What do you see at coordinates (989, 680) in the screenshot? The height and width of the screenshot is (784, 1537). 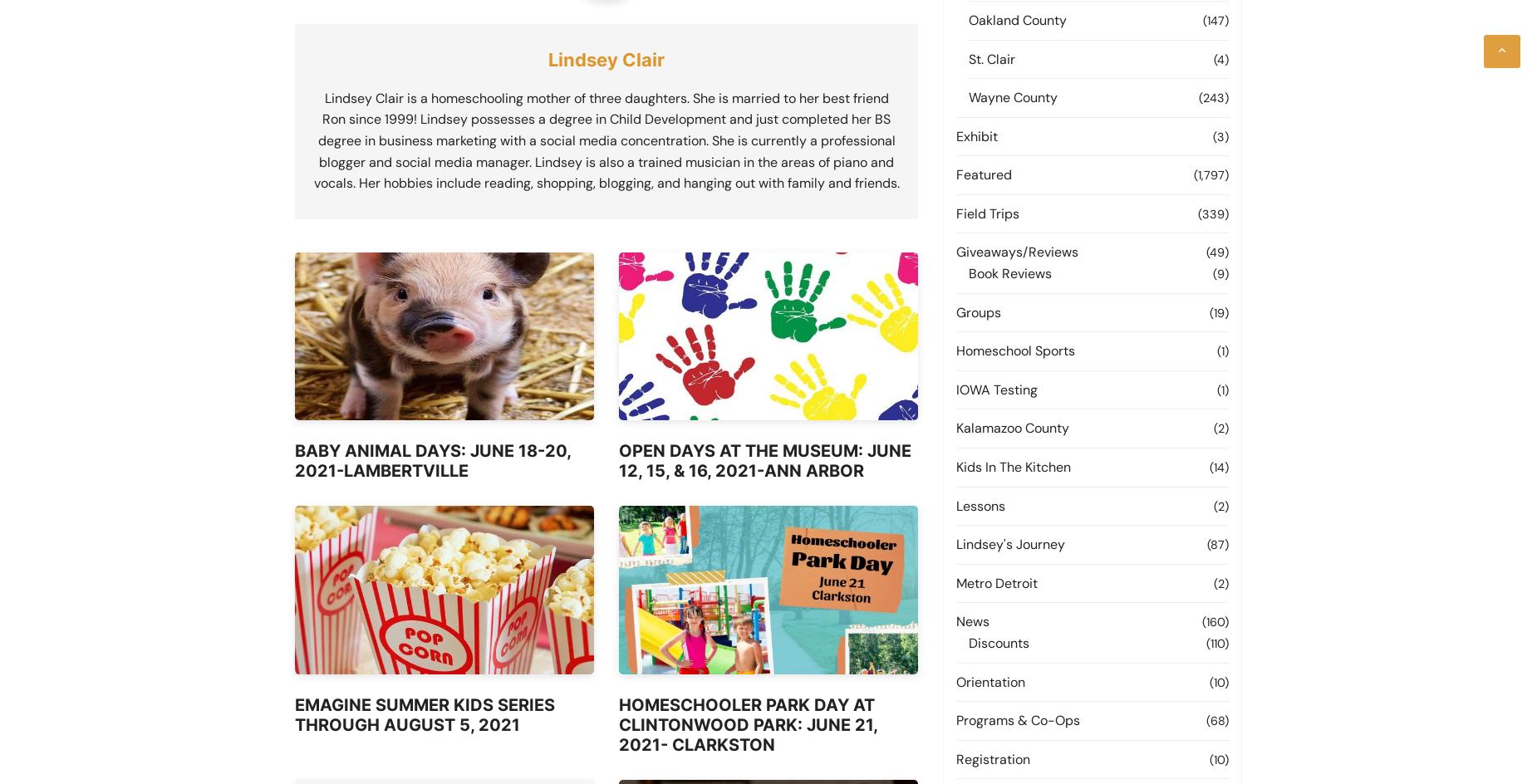 I see `'Orientation'` at bounding box center [989, 680].